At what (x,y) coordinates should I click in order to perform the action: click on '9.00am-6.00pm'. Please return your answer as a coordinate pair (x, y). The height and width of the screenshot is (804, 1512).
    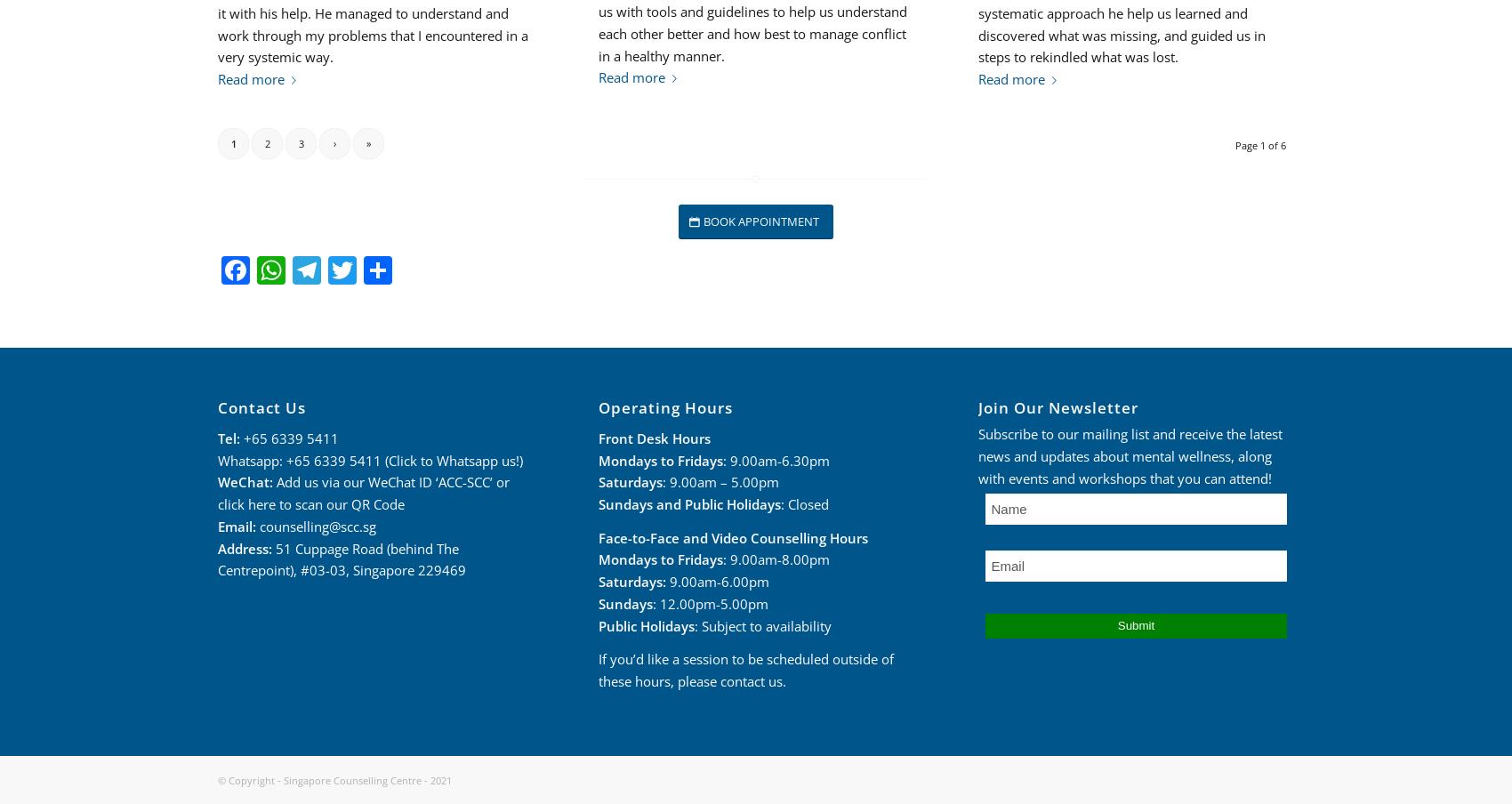
    Looking at the image, I should click on (715, 582).